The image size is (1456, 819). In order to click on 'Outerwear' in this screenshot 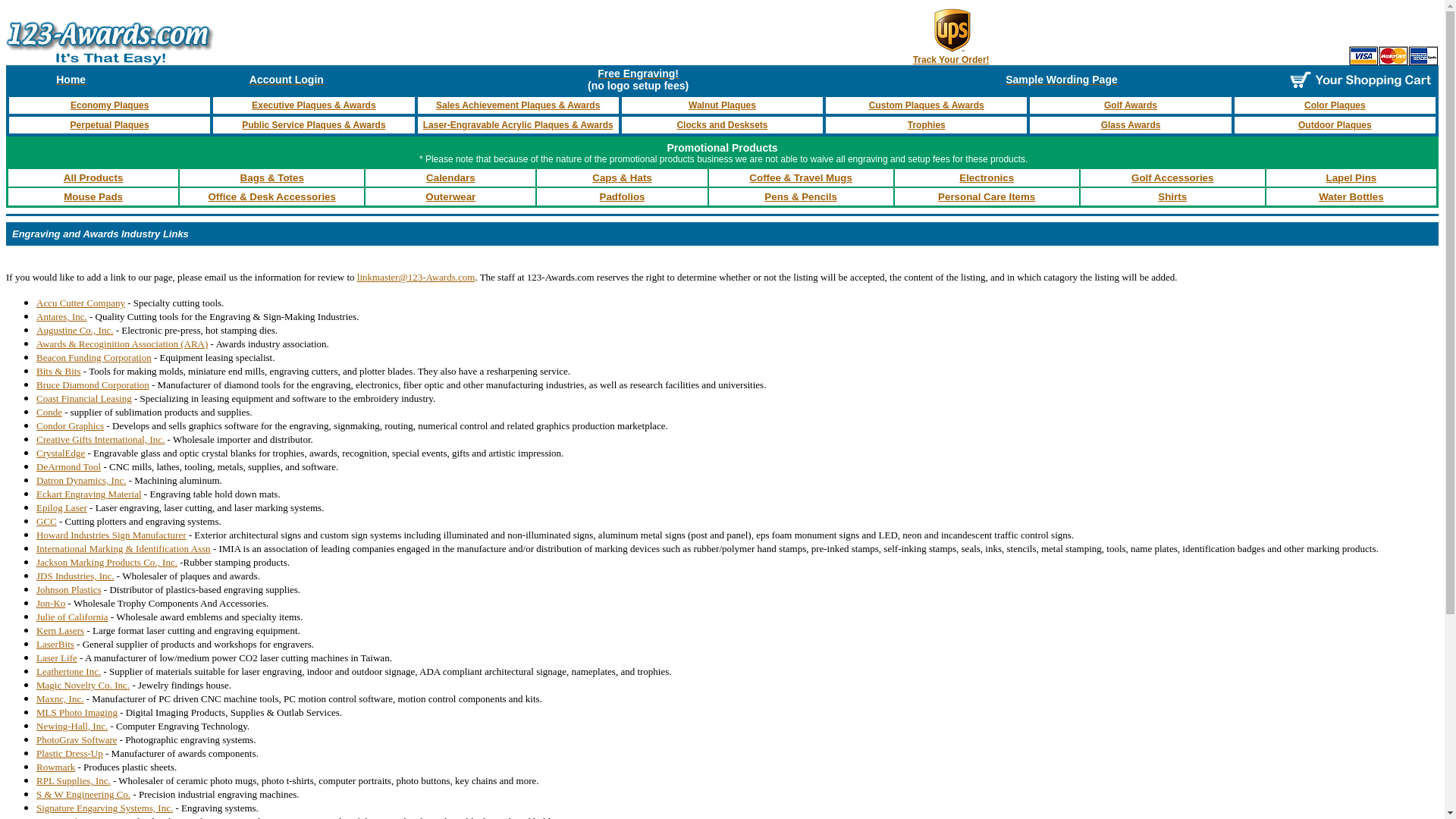, I will do `click(450, 196)`.